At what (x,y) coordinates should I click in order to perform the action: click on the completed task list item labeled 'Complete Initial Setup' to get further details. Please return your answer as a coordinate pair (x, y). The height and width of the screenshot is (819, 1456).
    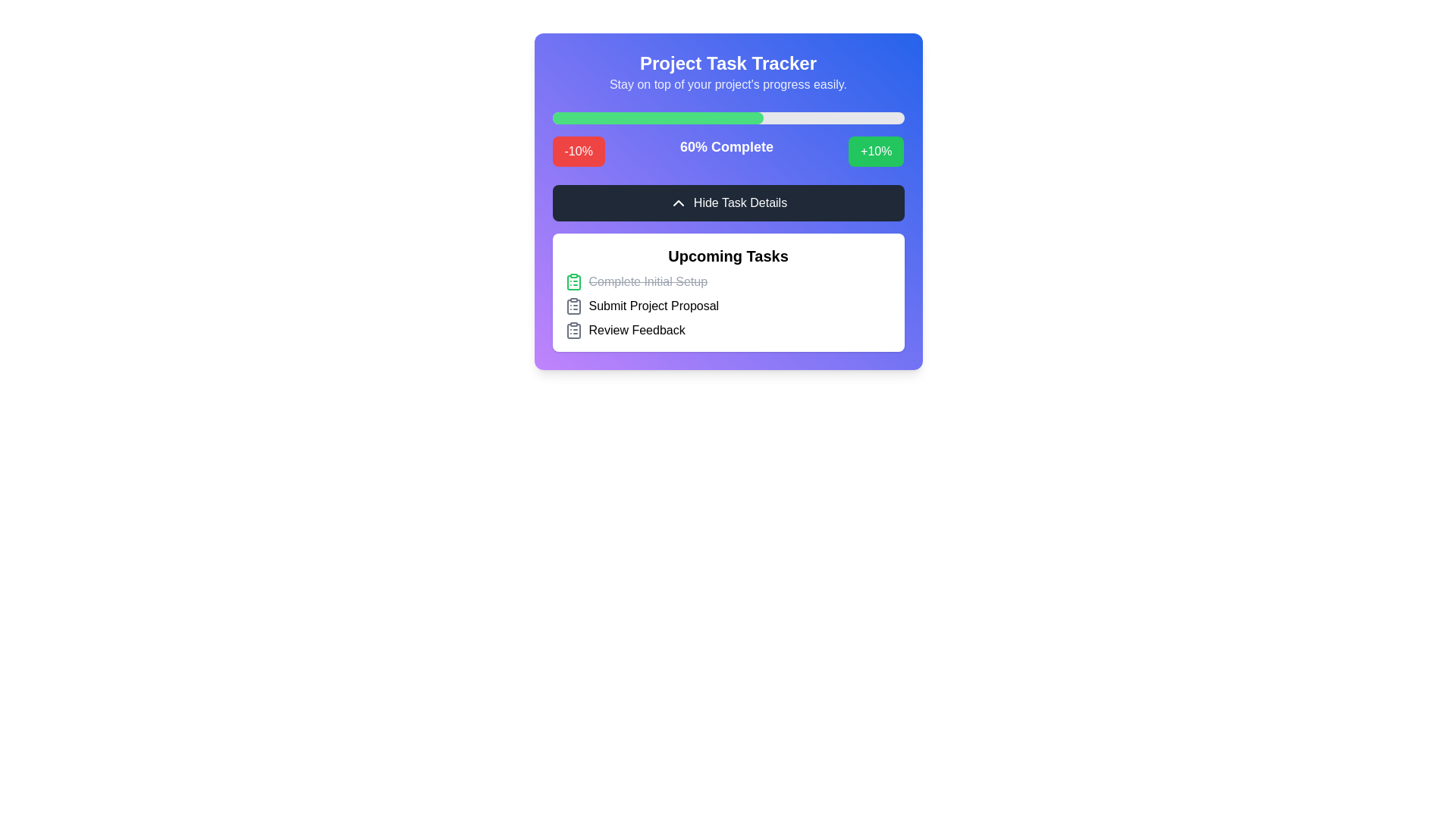
    Looking at the image, I should click on (728, 281).